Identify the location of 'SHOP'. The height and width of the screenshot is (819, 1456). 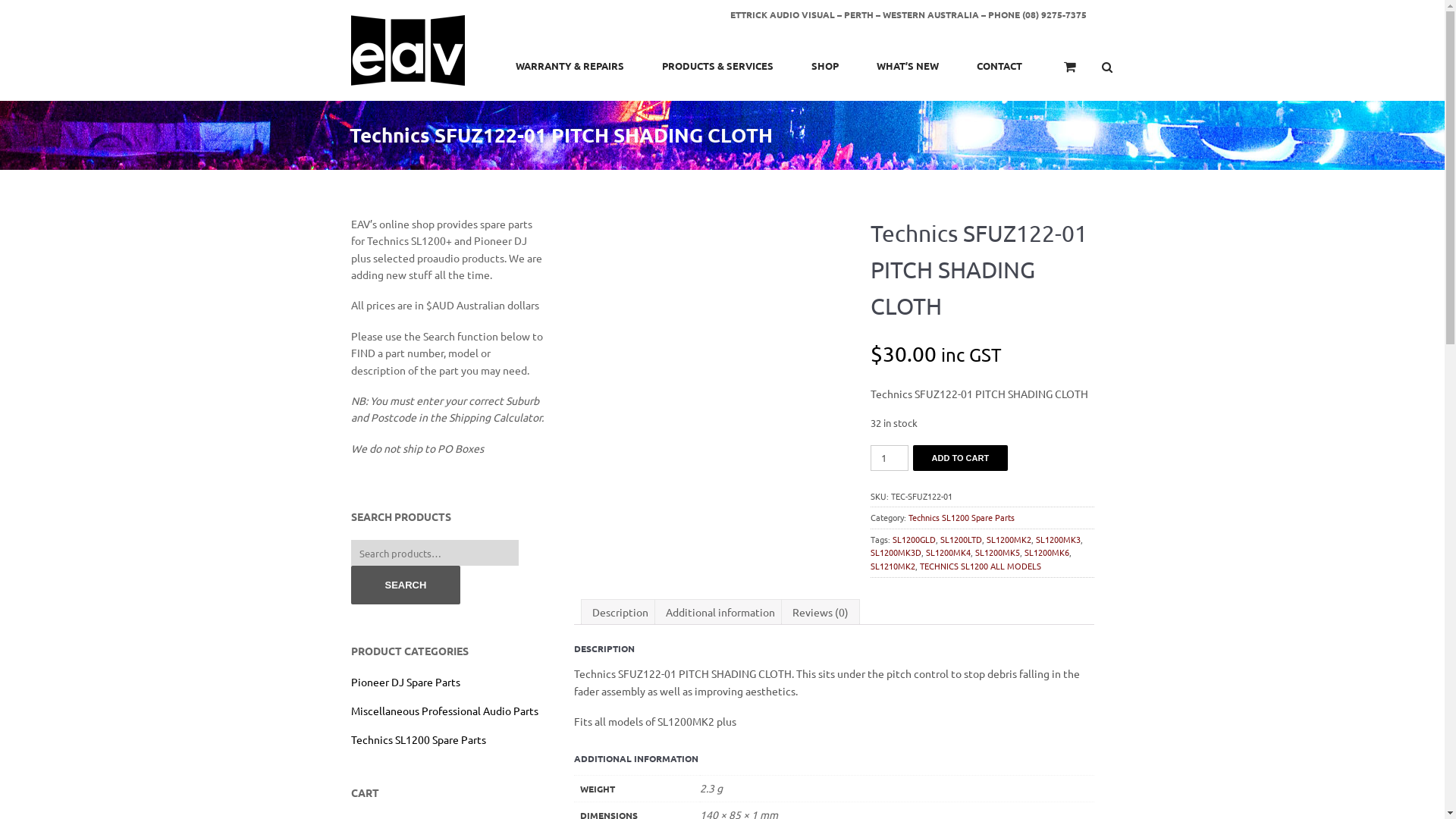
(790, 64).